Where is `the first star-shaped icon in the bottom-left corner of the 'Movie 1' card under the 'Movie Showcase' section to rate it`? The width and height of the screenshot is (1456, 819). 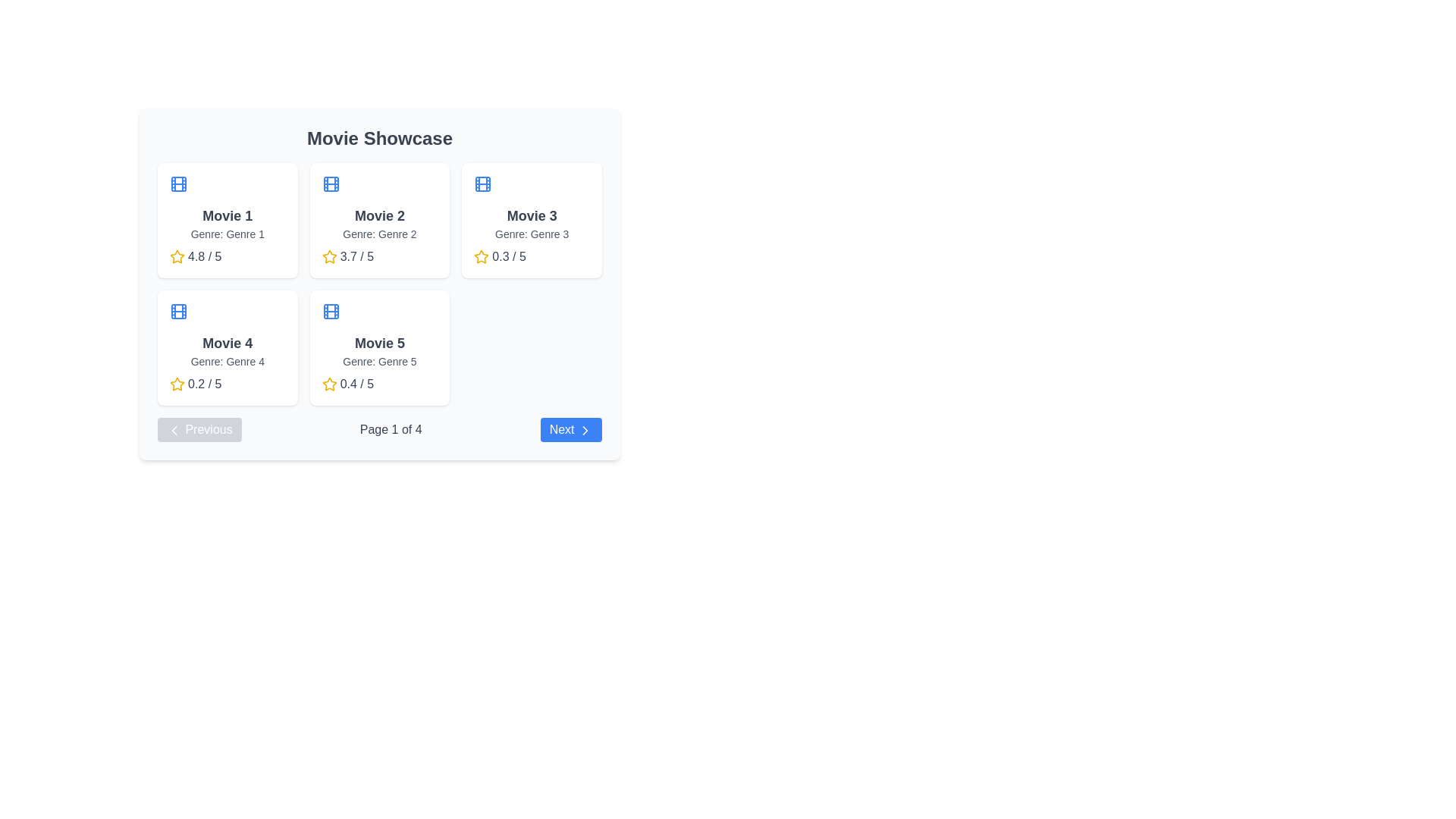 the first star-shaped icon in the bottom-left corner of the 'Movie 1' card under the 'Movie Showcase' section to rate it is located at coordinates (177, 256).